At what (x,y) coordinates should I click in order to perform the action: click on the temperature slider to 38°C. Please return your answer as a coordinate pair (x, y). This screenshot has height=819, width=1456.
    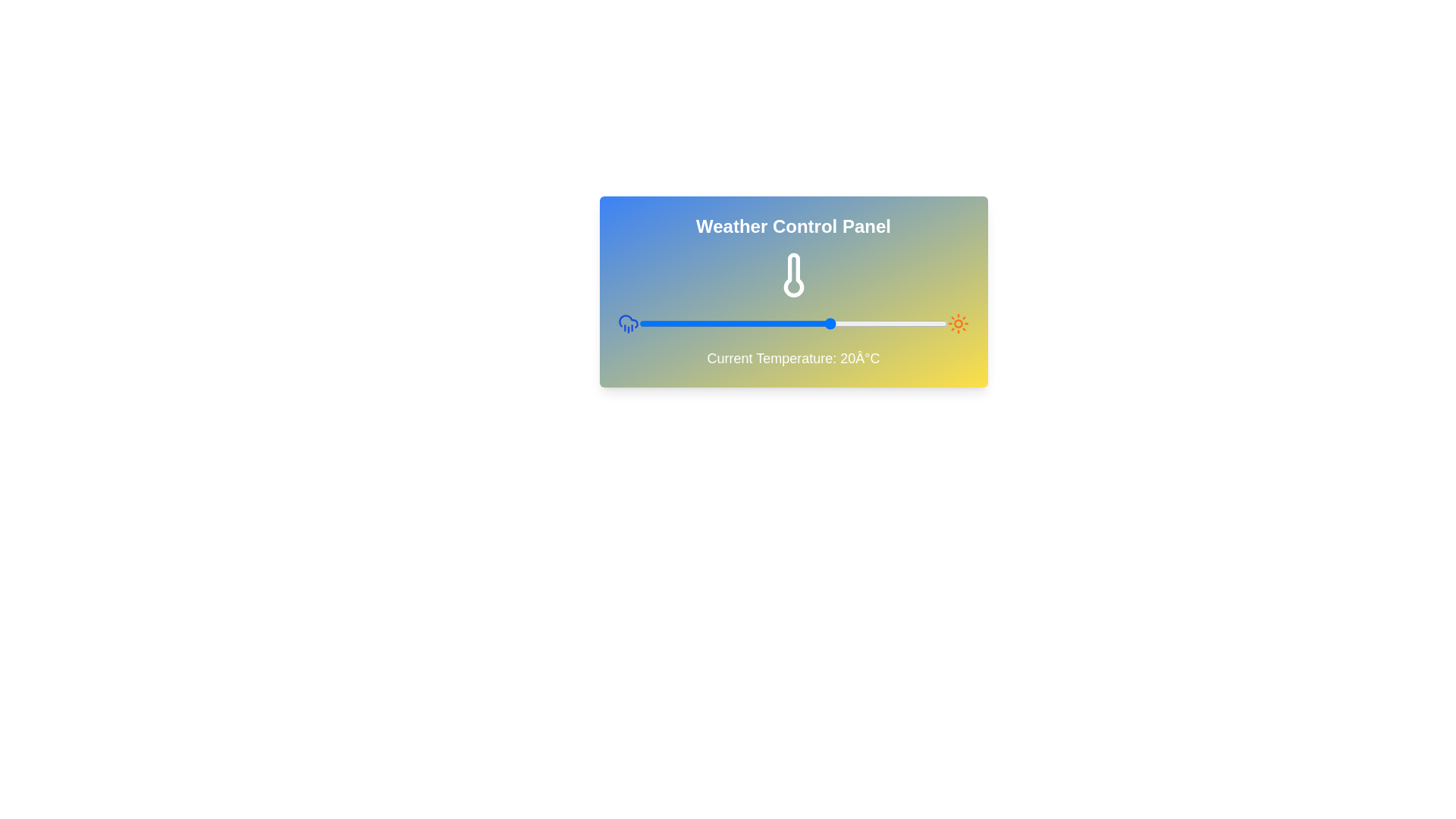
    Looking at the image, I should click on (902, 323).